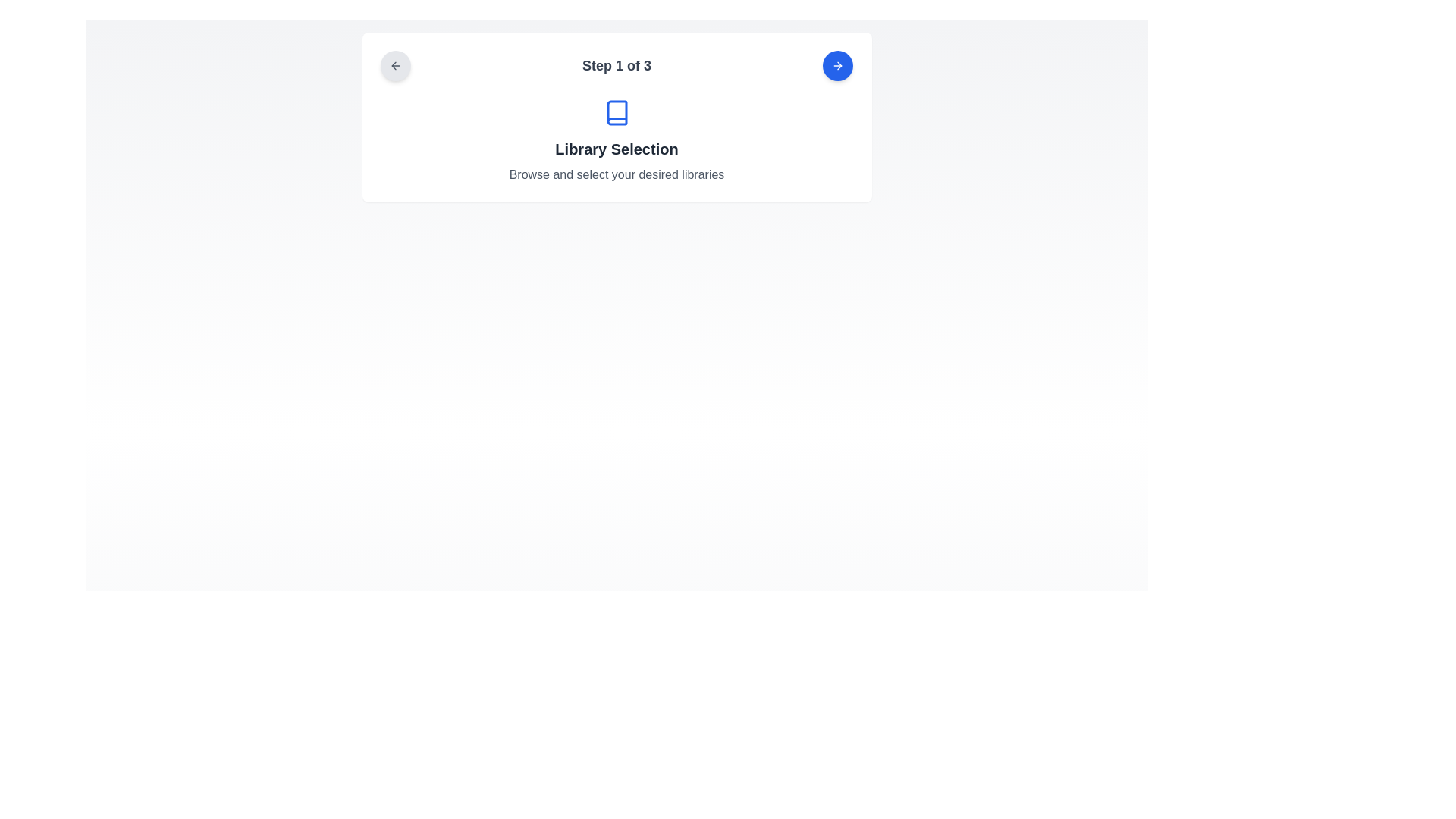  Describe the element at coordinates (617, 174) in the screenshot. I see `the supplementary description text that provides users with instructions regarding the selection of libraries, located below the 'Library Selection' title and above other interactive elements` at that location.